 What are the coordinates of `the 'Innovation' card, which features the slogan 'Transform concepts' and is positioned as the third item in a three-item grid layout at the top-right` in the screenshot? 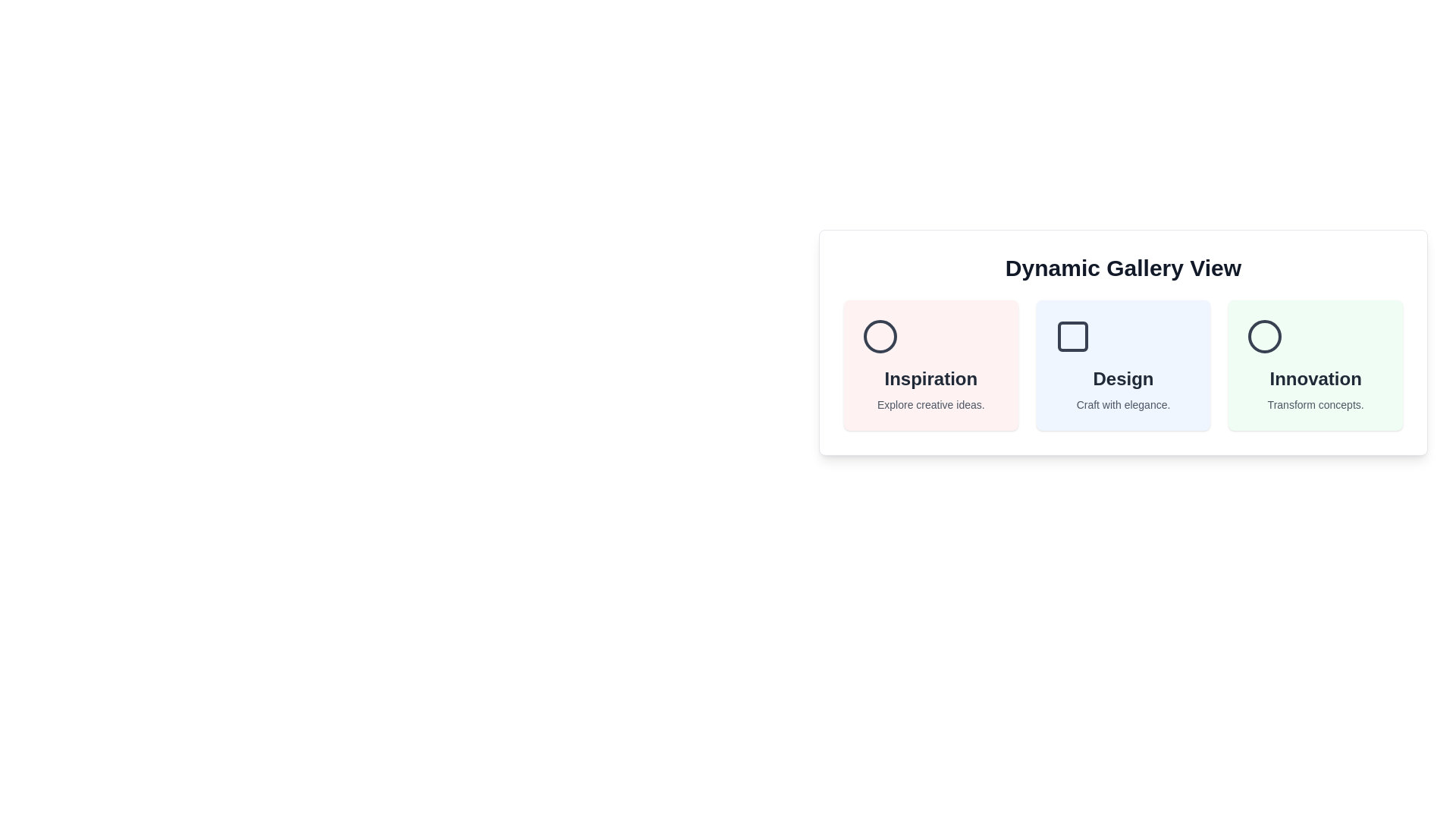 It's located at (1315, 366).